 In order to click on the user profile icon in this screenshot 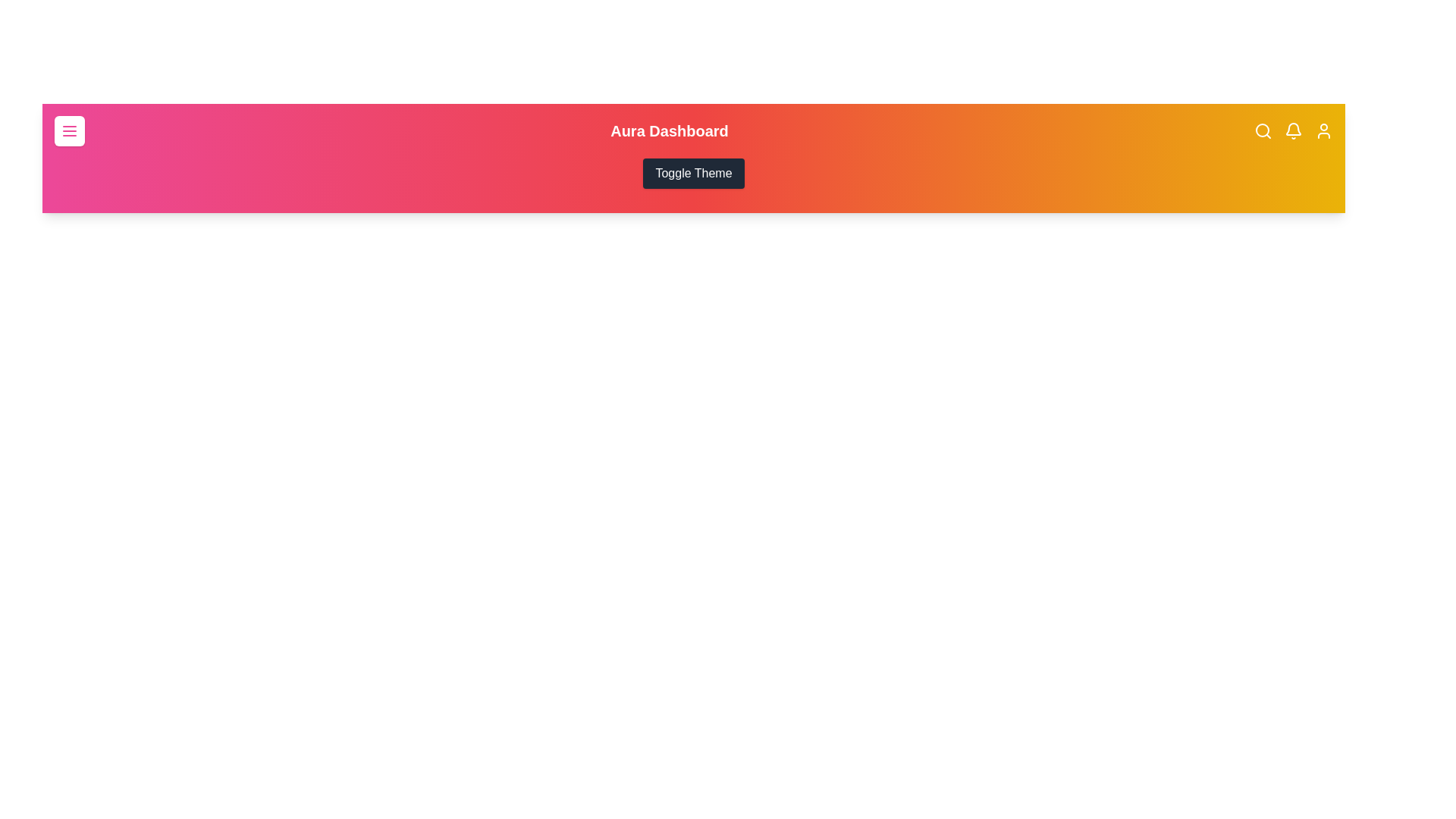, I will do `click(1323, 130)`.